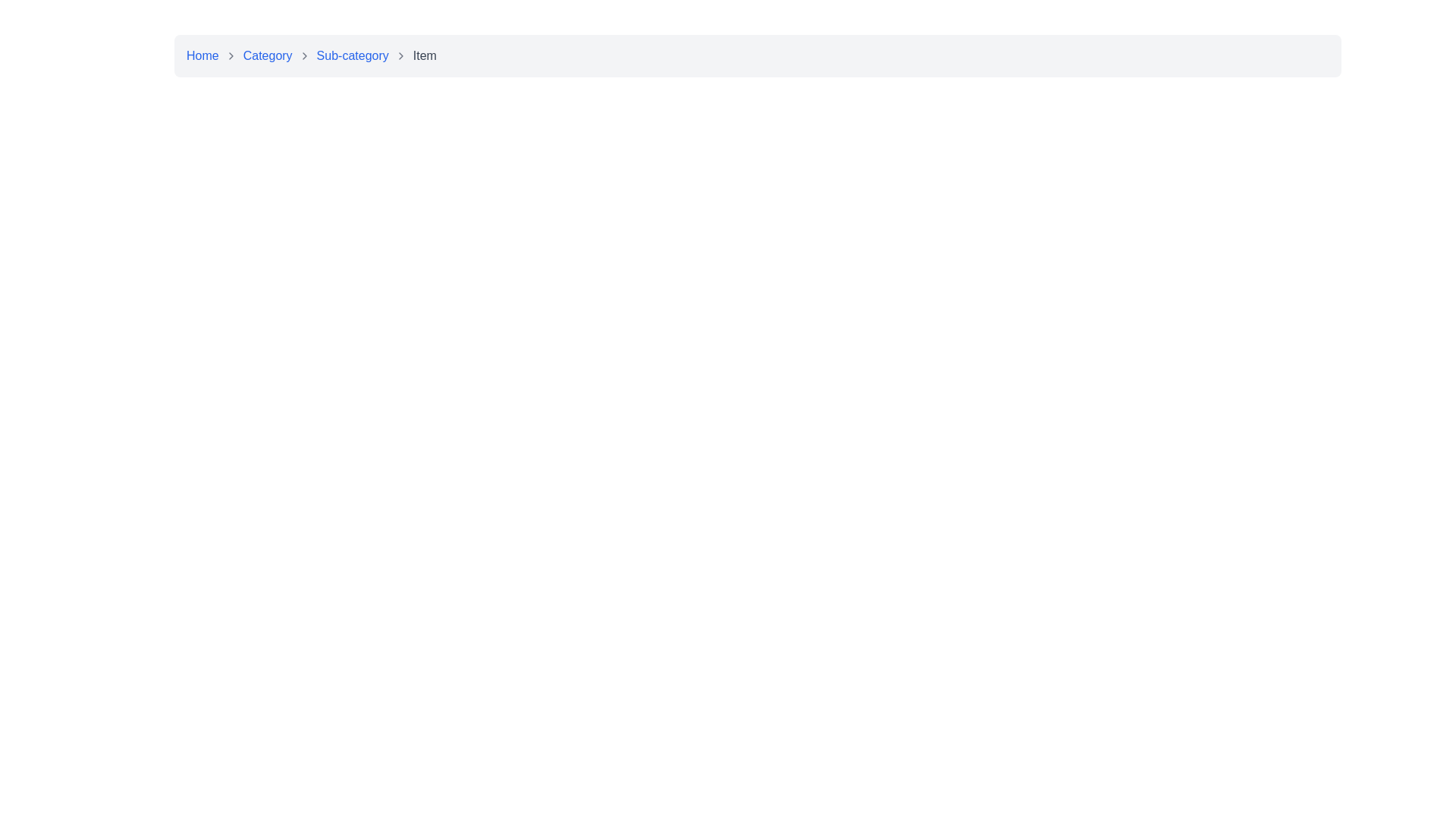  Describe the element at coordinates (202, 55) in the screenshot. I see `the blue-colored 'Home' hyperlink text` at that location.